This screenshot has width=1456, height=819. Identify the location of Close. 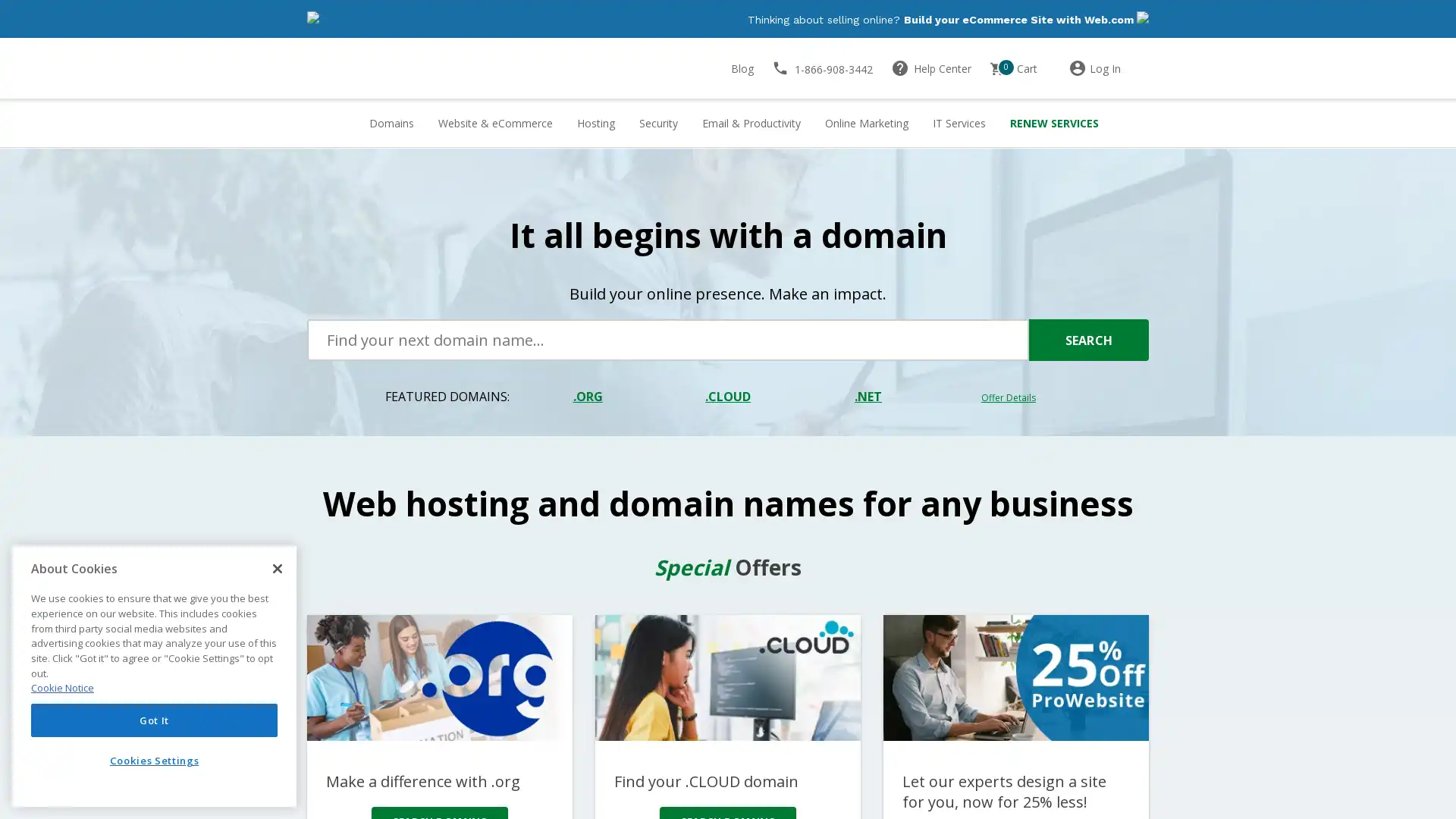
(277, 568).